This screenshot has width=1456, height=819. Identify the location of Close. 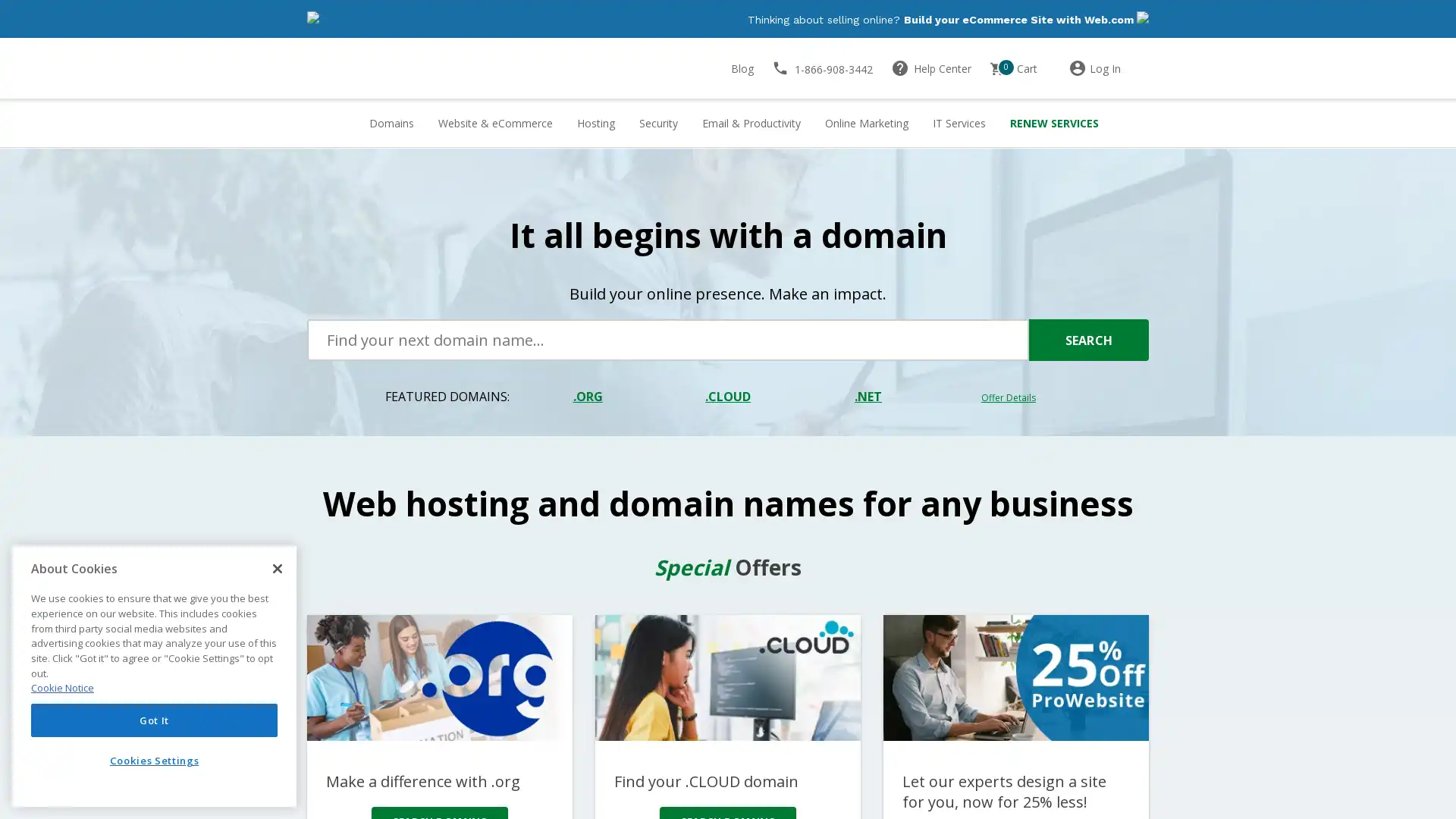
(277, 568).